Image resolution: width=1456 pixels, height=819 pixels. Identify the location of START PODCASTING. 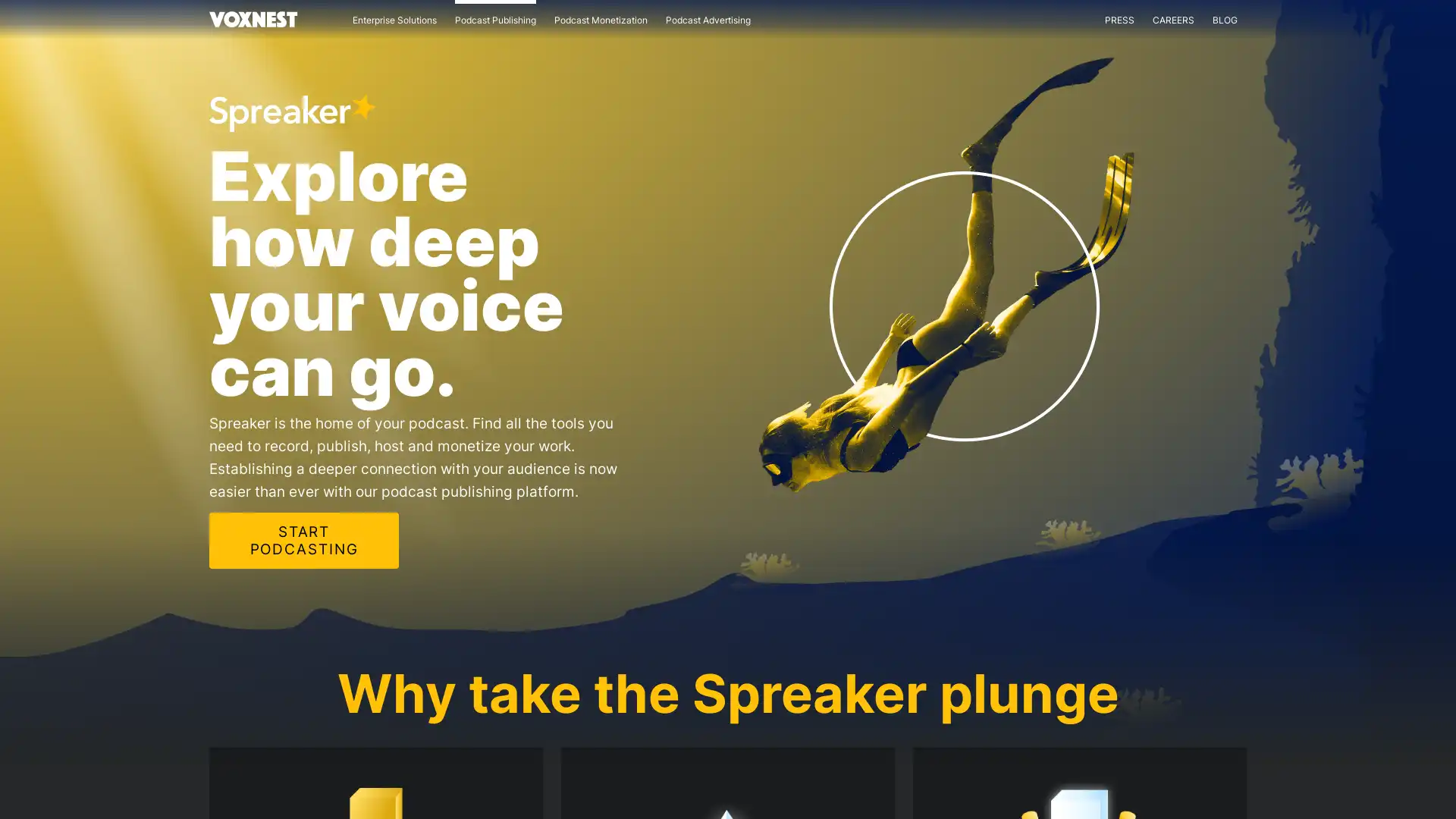
(340, 540).